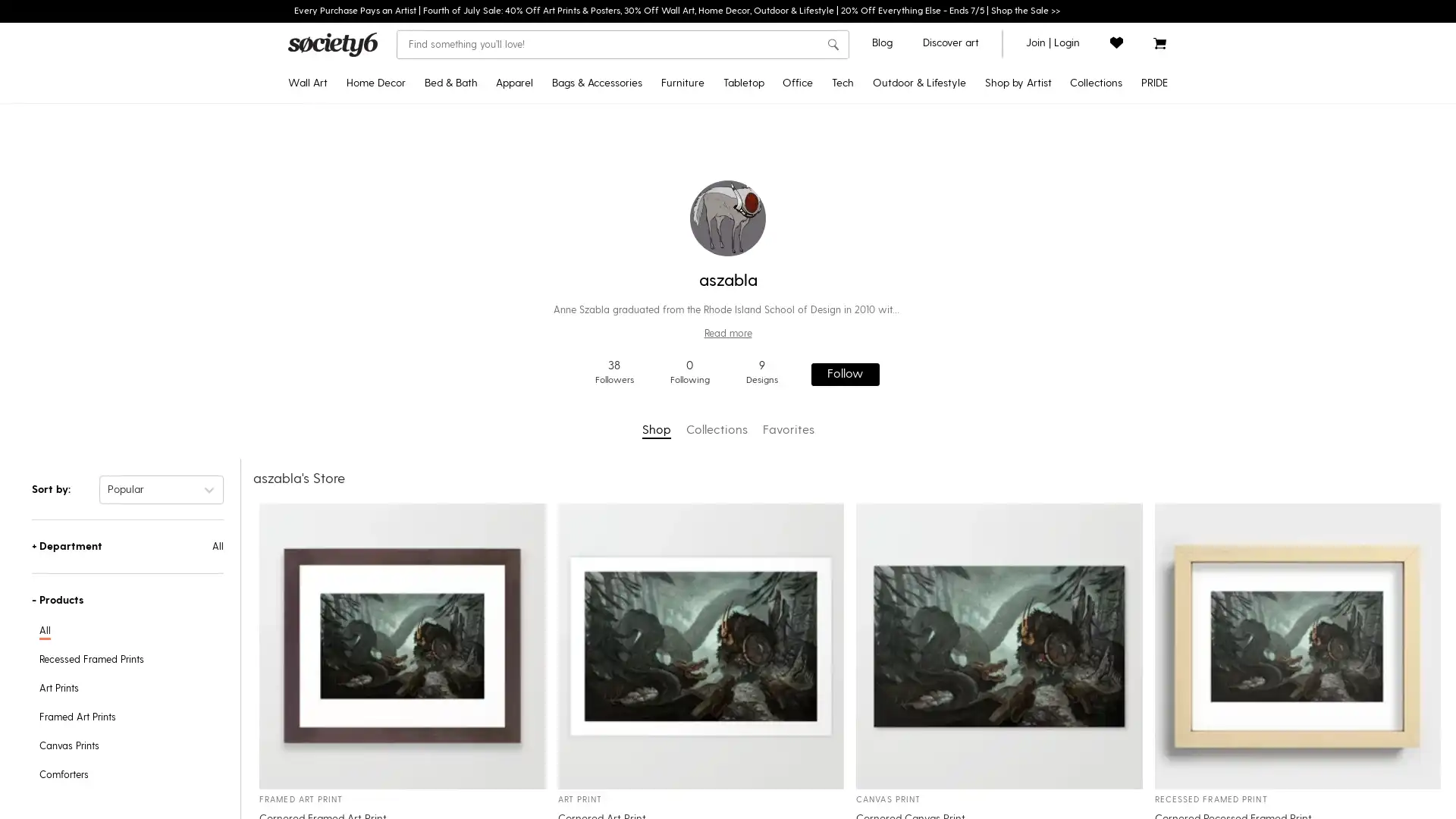  What do you see at coordinates (742, 83) in the screenshot?
I see `Tabletop` at bounding box center [742, 83].